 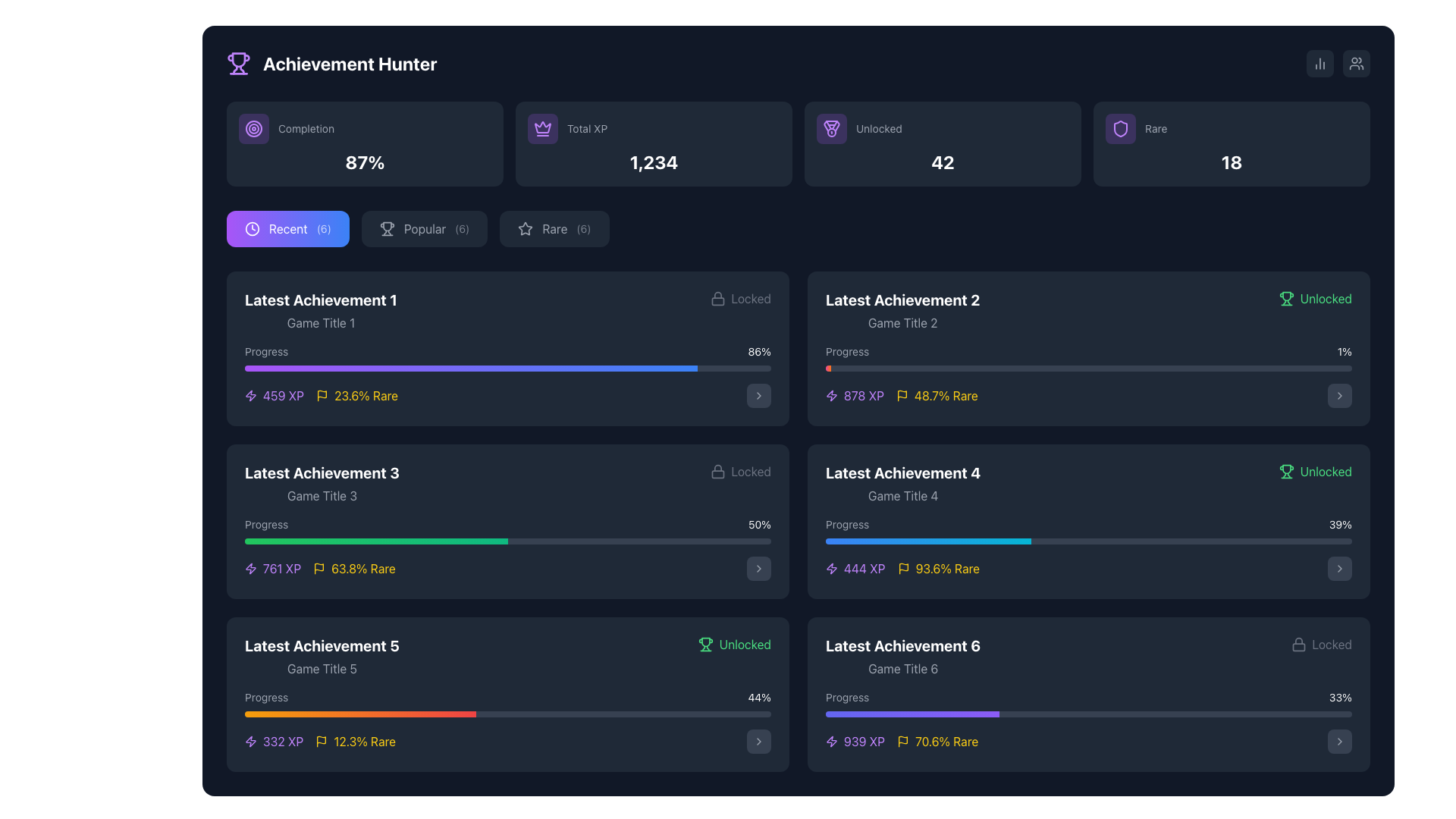 What do you see at coordinates (831, 127) in the screenshot?
I see `the unlocked achievement icon located at the top-right section of the interface within the summary card labeled 'Unlocked'` at bounding box center [831, 127].